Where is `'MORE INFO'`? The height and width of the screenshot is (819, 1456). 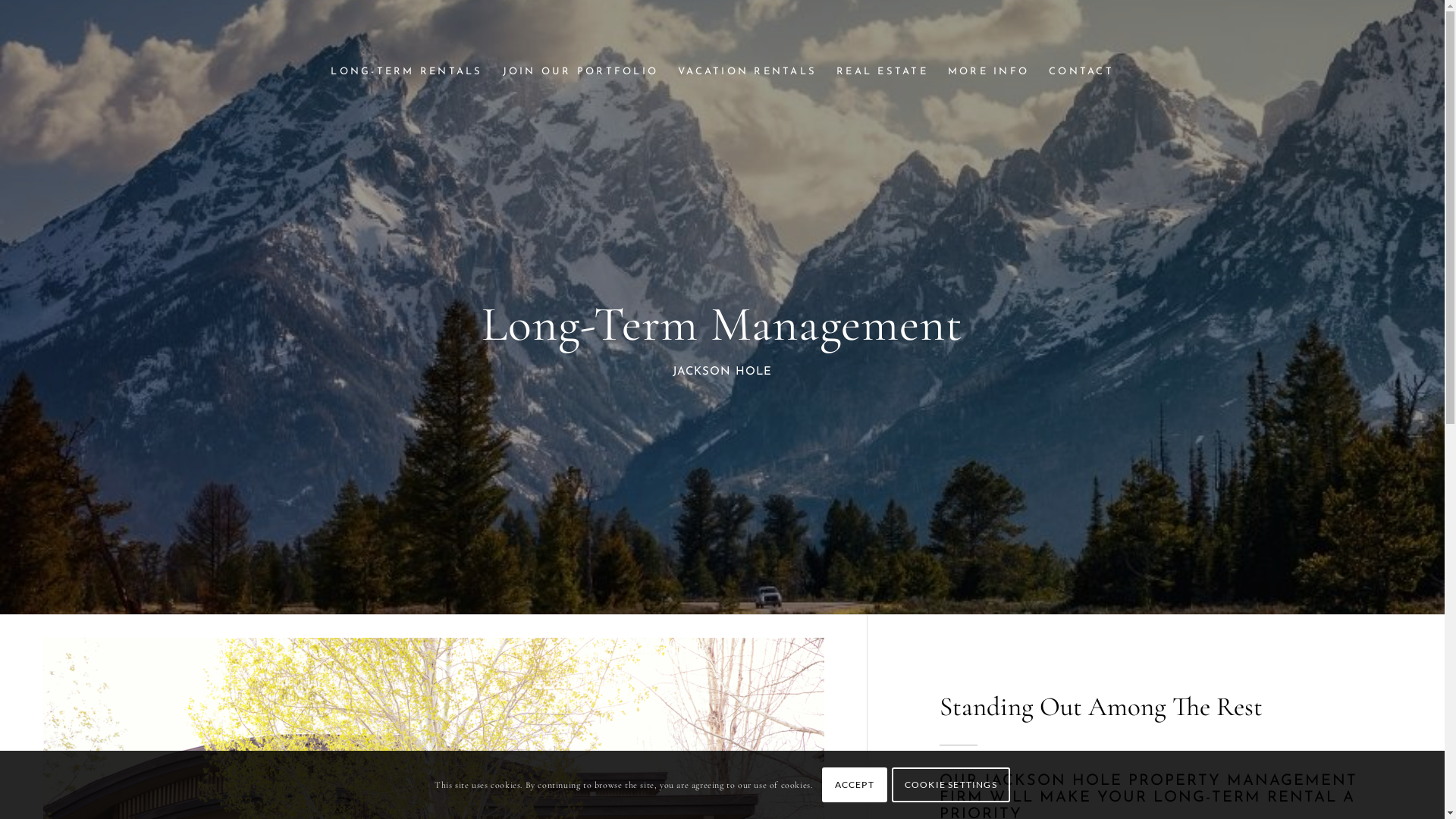
'MORE INFO' is located at coordinates (988, 72).